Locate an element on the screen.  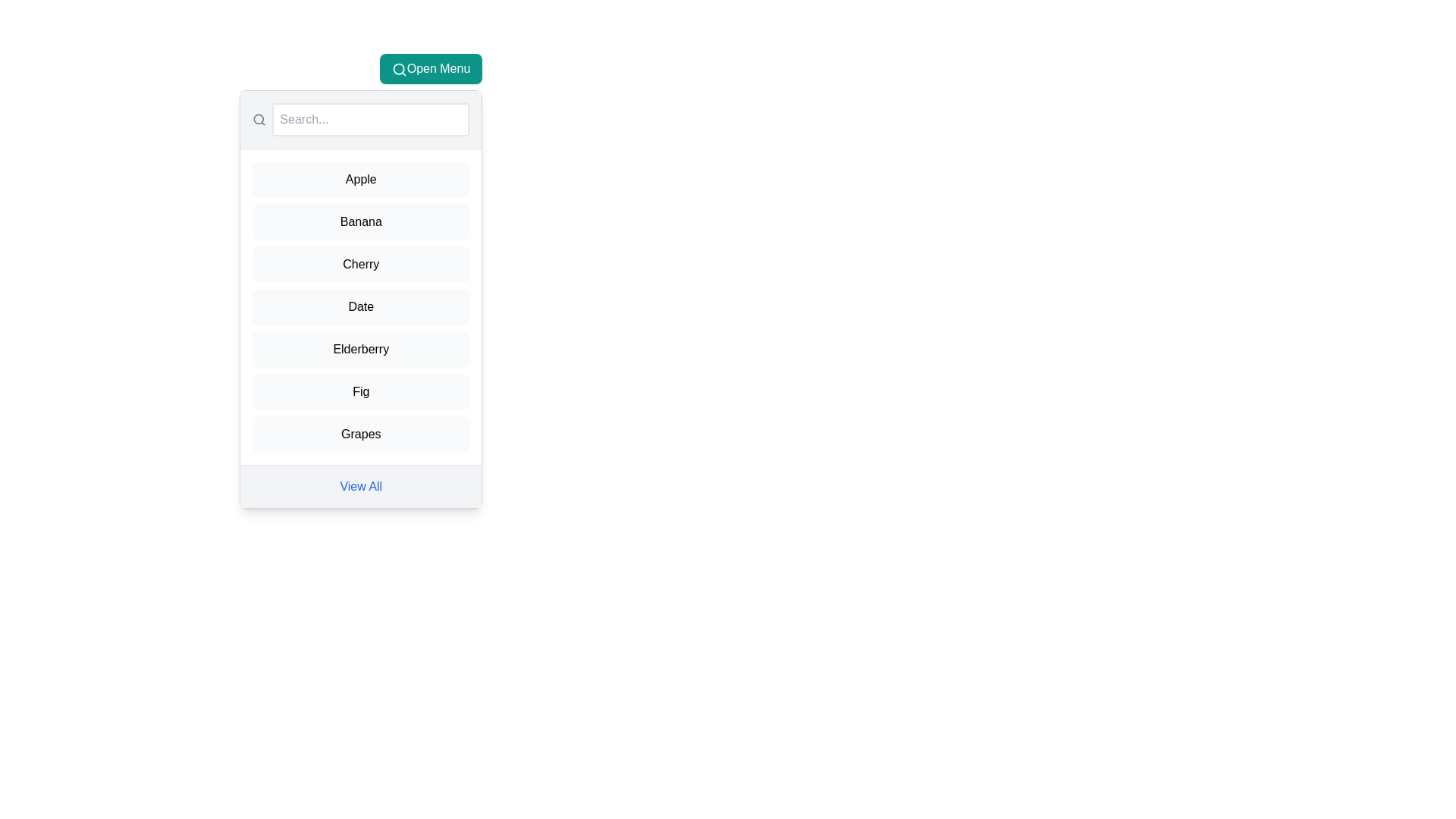
the teal-colored 'Open Menu' button with white text and a search icon on the left is located at coordinates (430, 69).